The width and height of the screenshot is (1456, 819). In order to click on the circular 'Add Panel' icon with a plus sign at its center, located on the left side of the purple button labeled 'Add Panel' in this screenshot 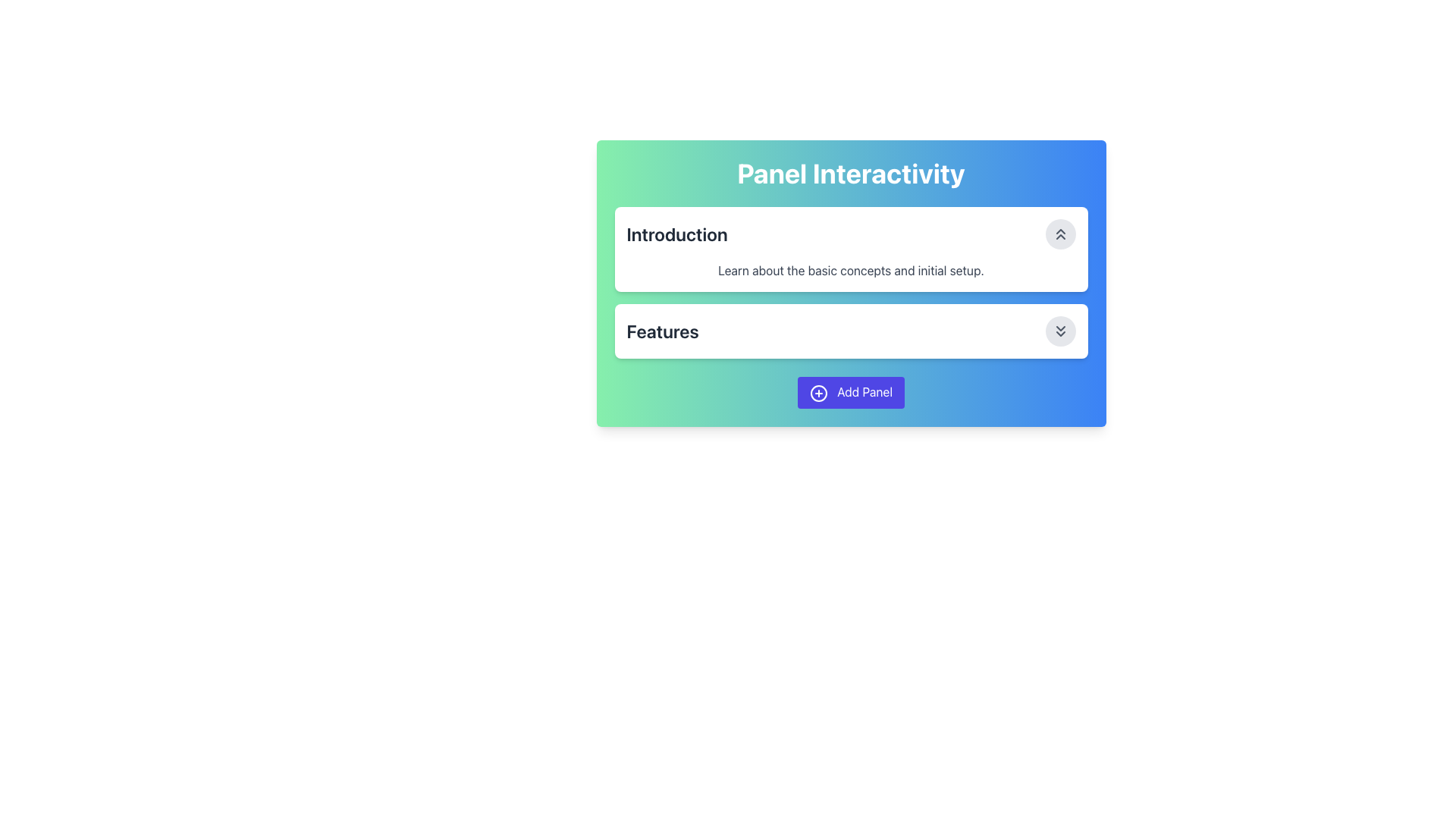, I will do `click(818, 392)`.